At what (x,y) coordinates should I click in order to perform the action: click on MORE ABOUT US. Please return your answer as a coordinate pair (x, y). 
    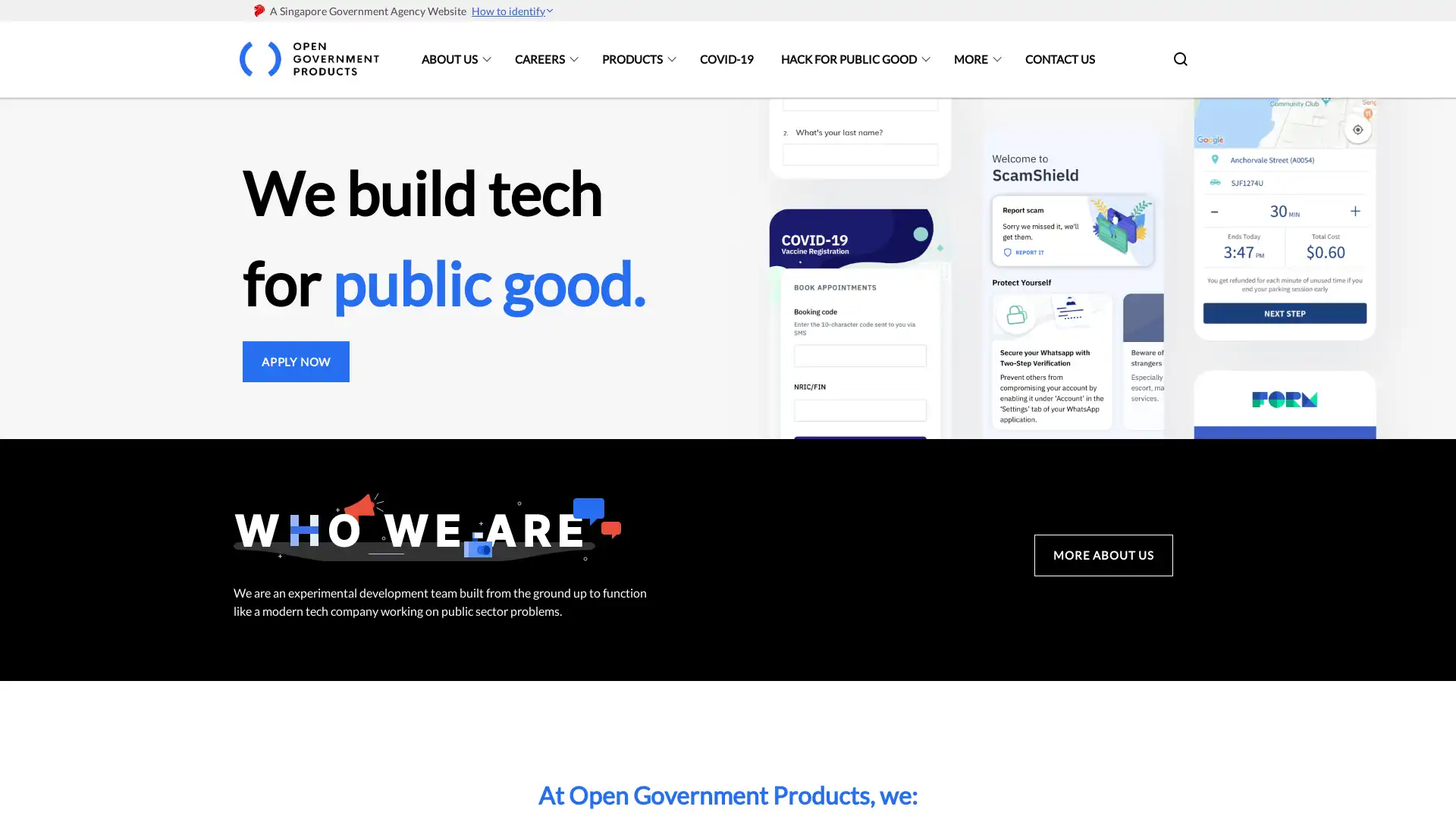
    Looking at the image, I should click on (1103, 555).